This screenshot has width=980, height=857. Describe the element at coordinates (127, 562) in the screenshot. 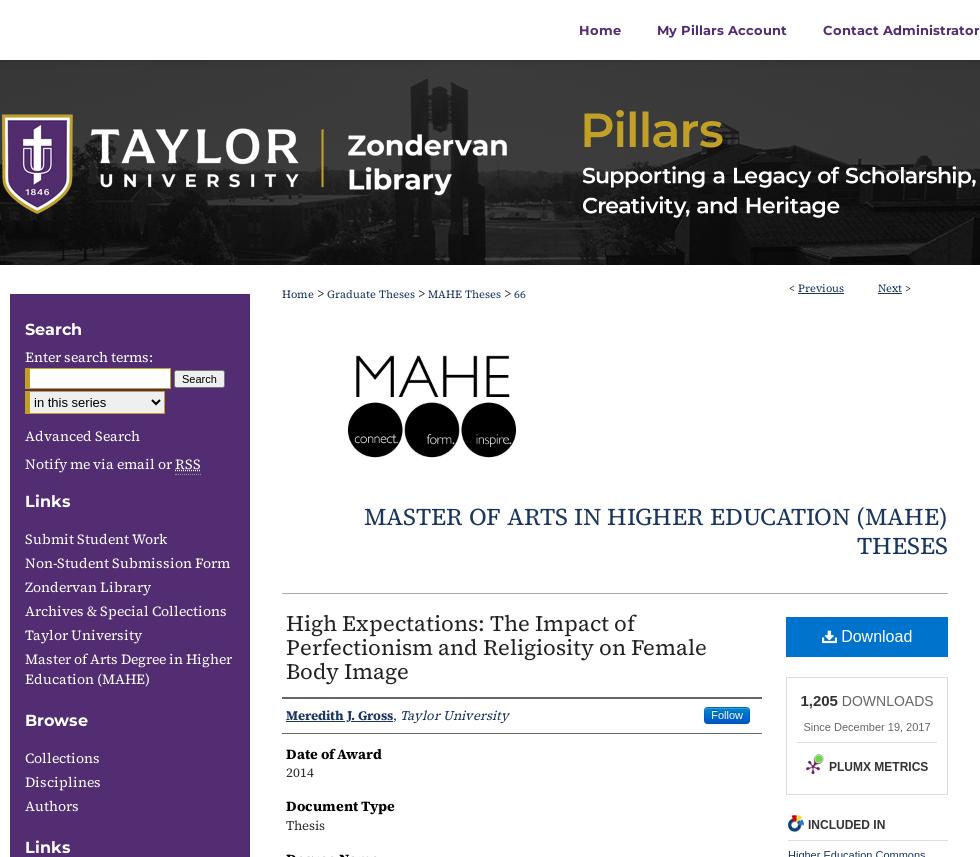

I see `'Non-Student Submission Form'` at that location.